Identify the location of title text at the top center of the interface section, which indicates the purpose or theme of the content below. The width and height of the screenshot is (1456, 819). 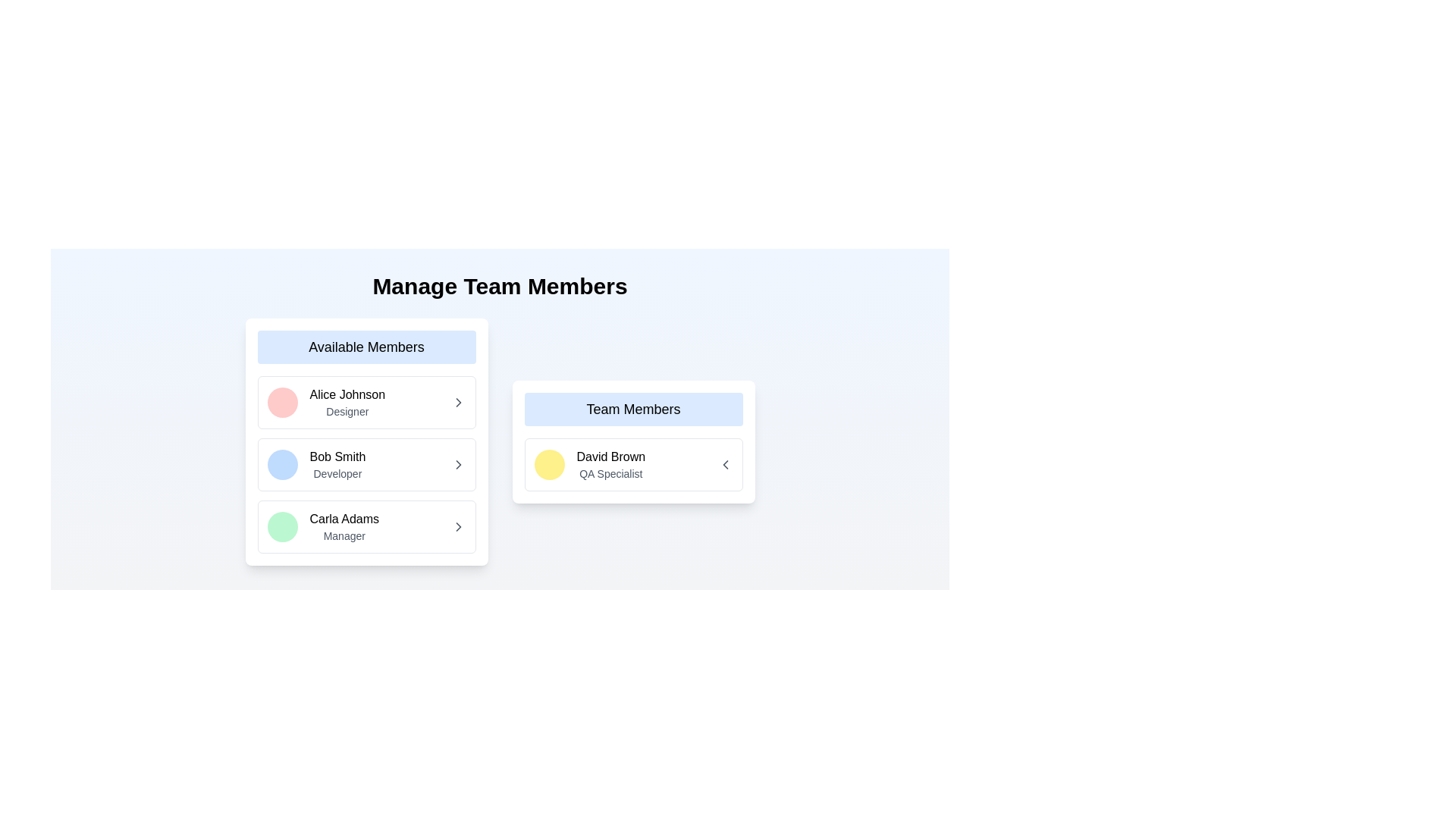
(500, 287).